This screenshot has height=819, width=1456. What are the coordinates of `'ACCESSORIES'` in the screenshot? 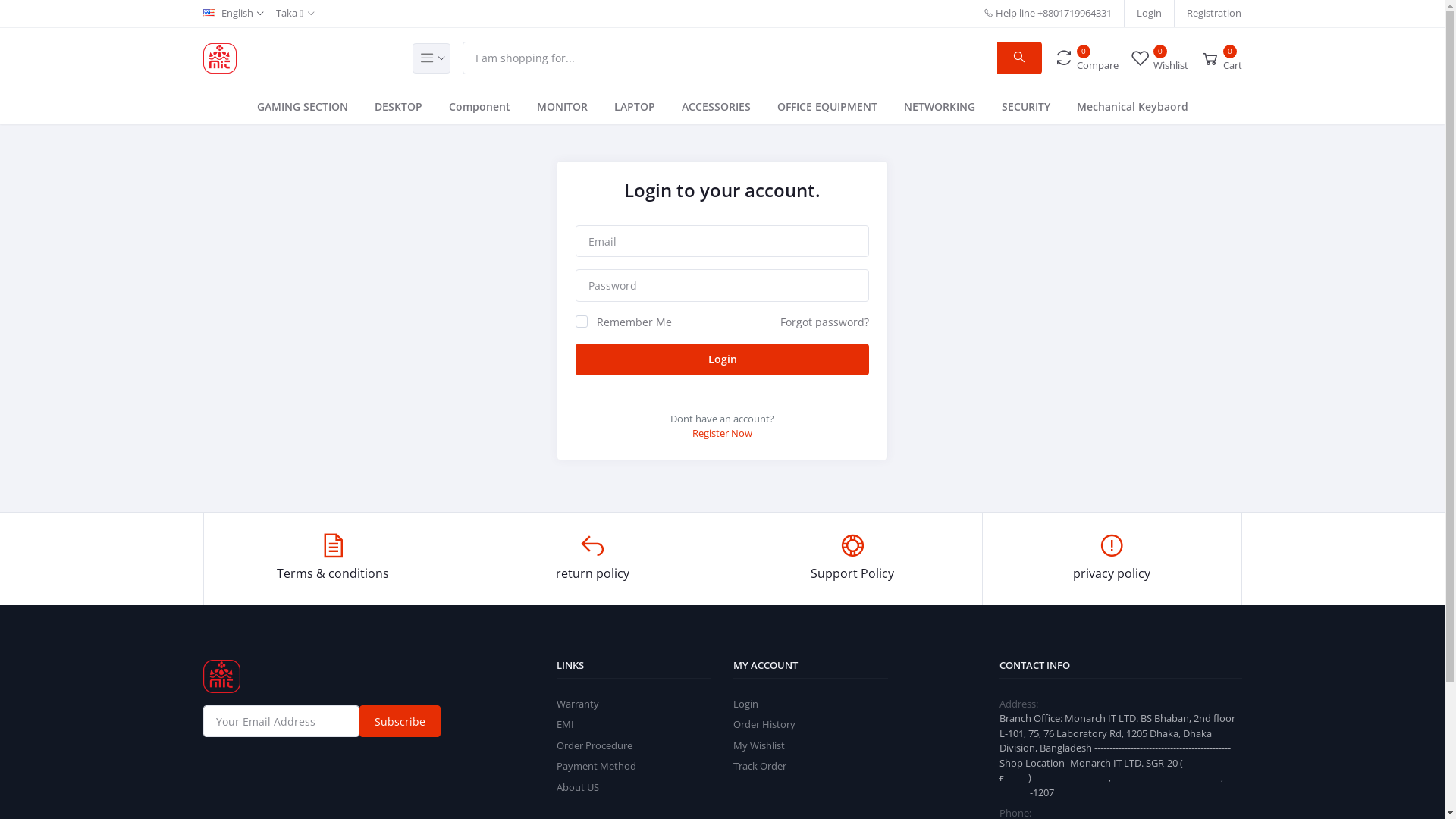 It's located at (714, 105).